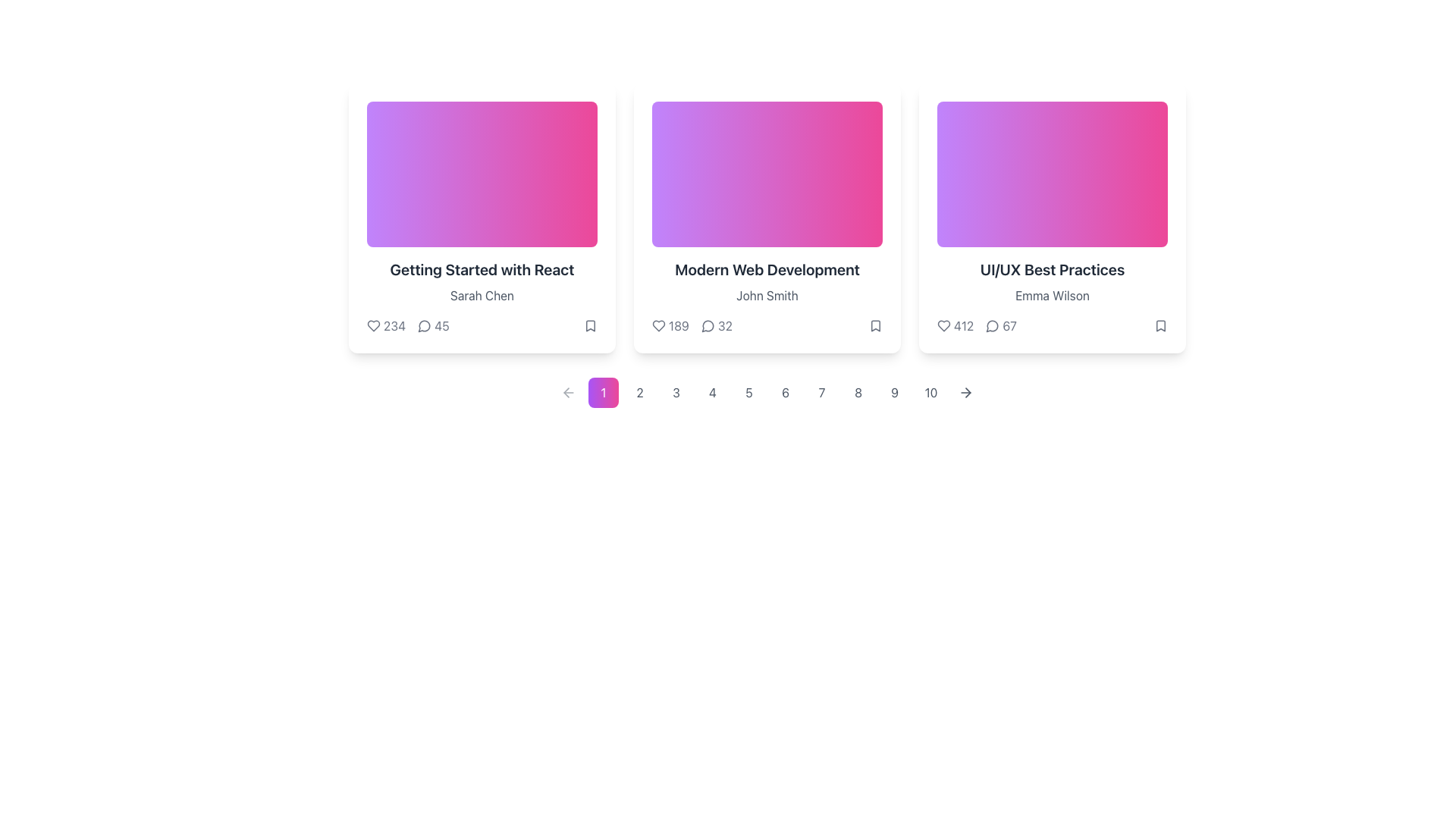  What do you see at coordinates (1009, 325) in the screenshot?
I see `the text label displaying the number '67' adjacent to the comment icon in the third card of the grid layout` at bounding box center [1009, 325].